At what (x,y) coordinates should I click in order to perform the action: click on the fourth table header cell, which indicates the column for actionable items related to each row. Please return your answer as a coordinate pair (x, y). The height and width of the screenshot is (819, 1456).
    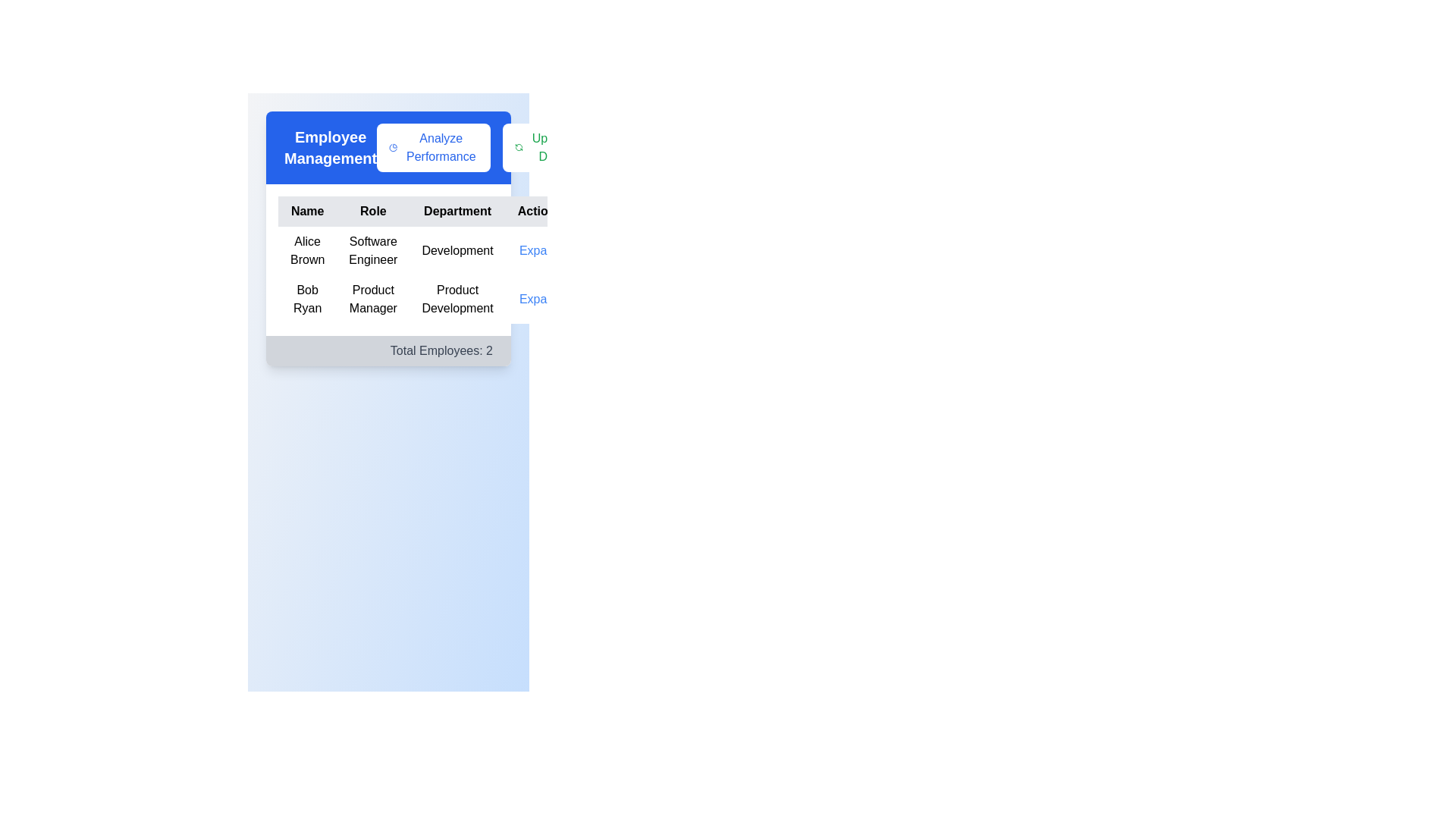
    Looking at the image, I should click on (539, 211).